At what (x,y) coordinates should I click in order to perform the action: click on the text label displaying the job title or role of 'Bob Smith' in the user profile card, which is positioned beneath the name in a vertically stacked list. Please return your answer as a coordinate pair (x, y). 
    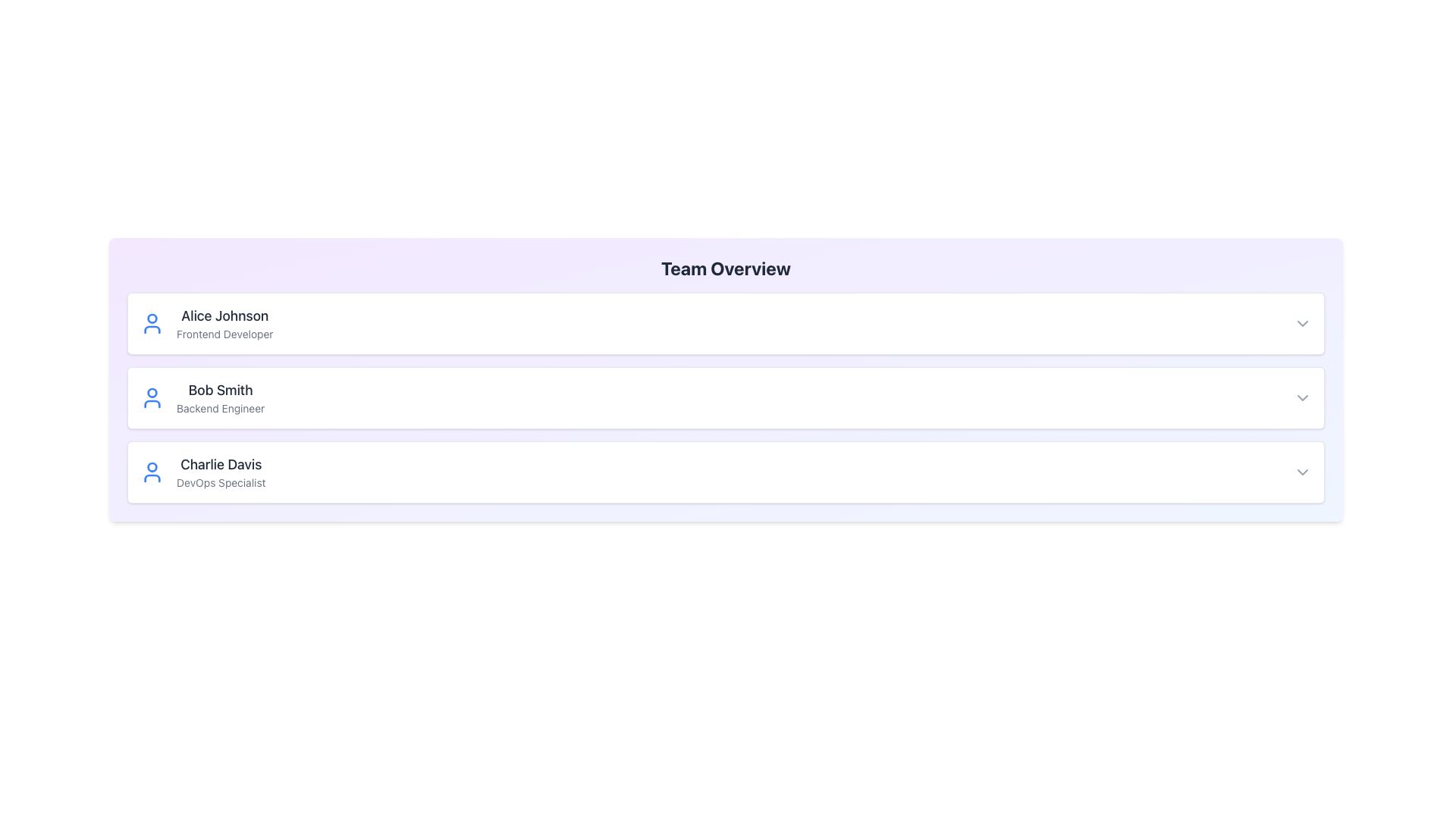
    Looking at the image, I should click on (220, 408).